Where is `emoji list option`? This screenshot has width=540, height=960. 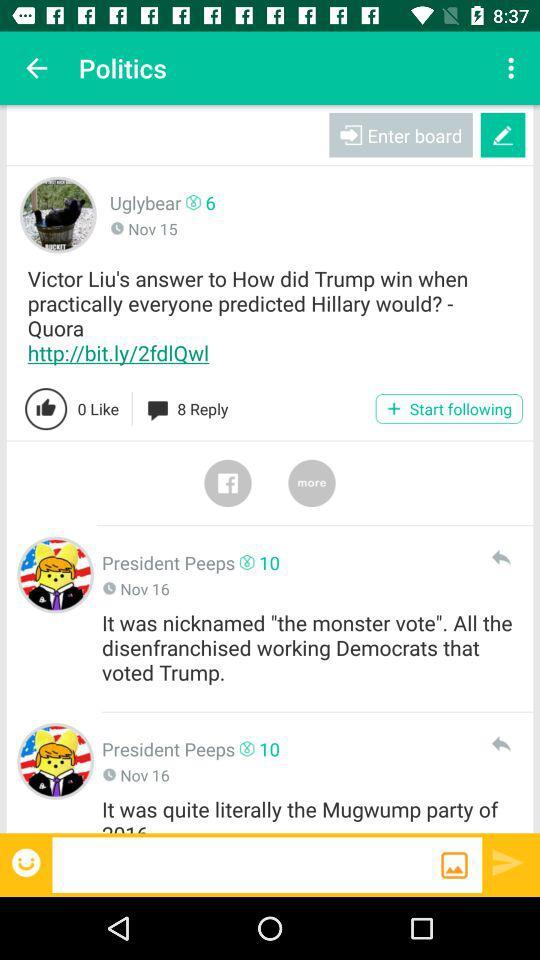 emoji list option is located at coordinates (27, 861).